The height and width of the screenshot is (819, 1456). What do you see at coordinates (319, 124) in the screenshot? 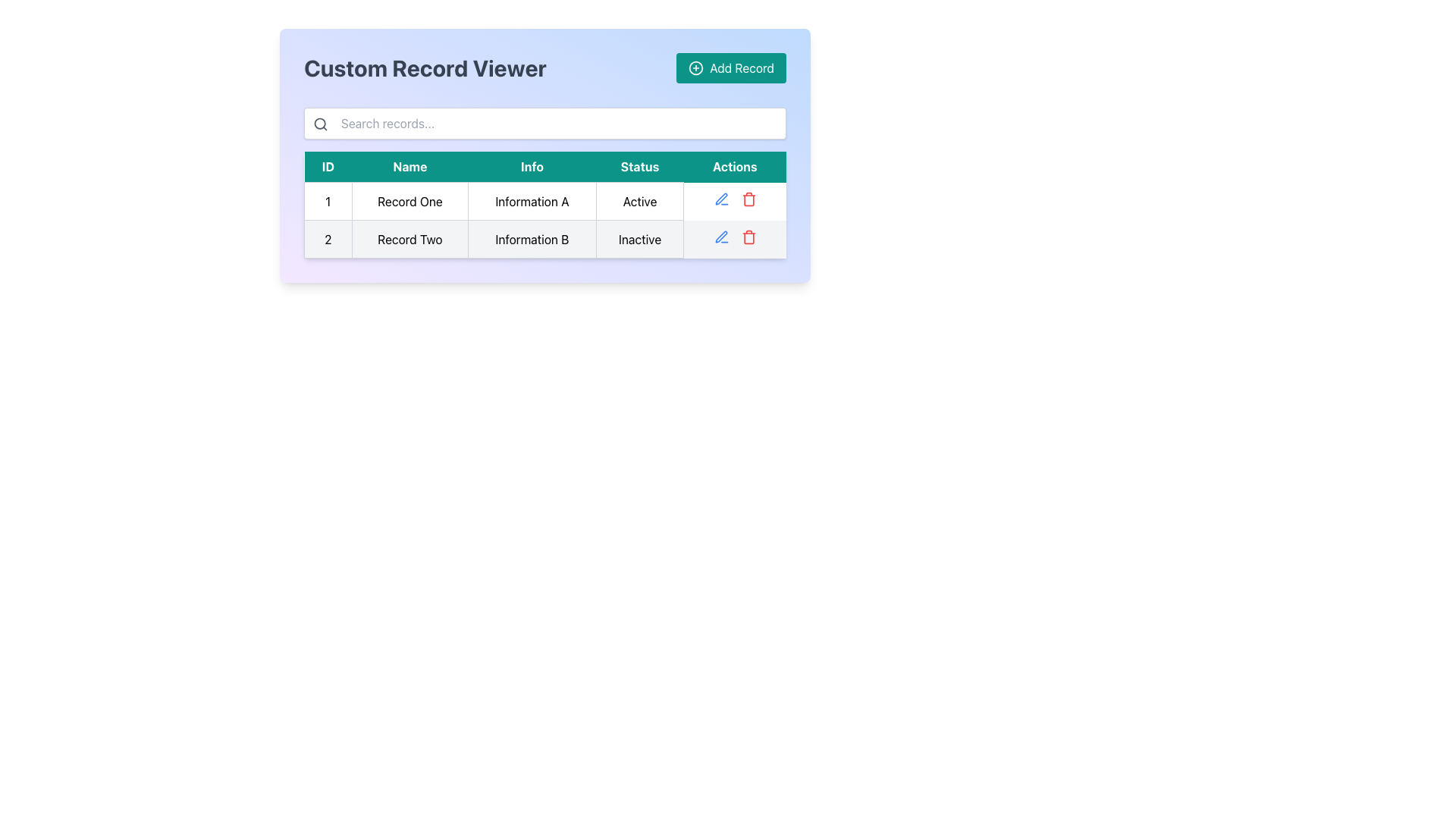
I see `the SVG icon resembling a magnifying glass, which represents the search functionality, located near the left side of the search bar input field` at bounding box center [319, 124].